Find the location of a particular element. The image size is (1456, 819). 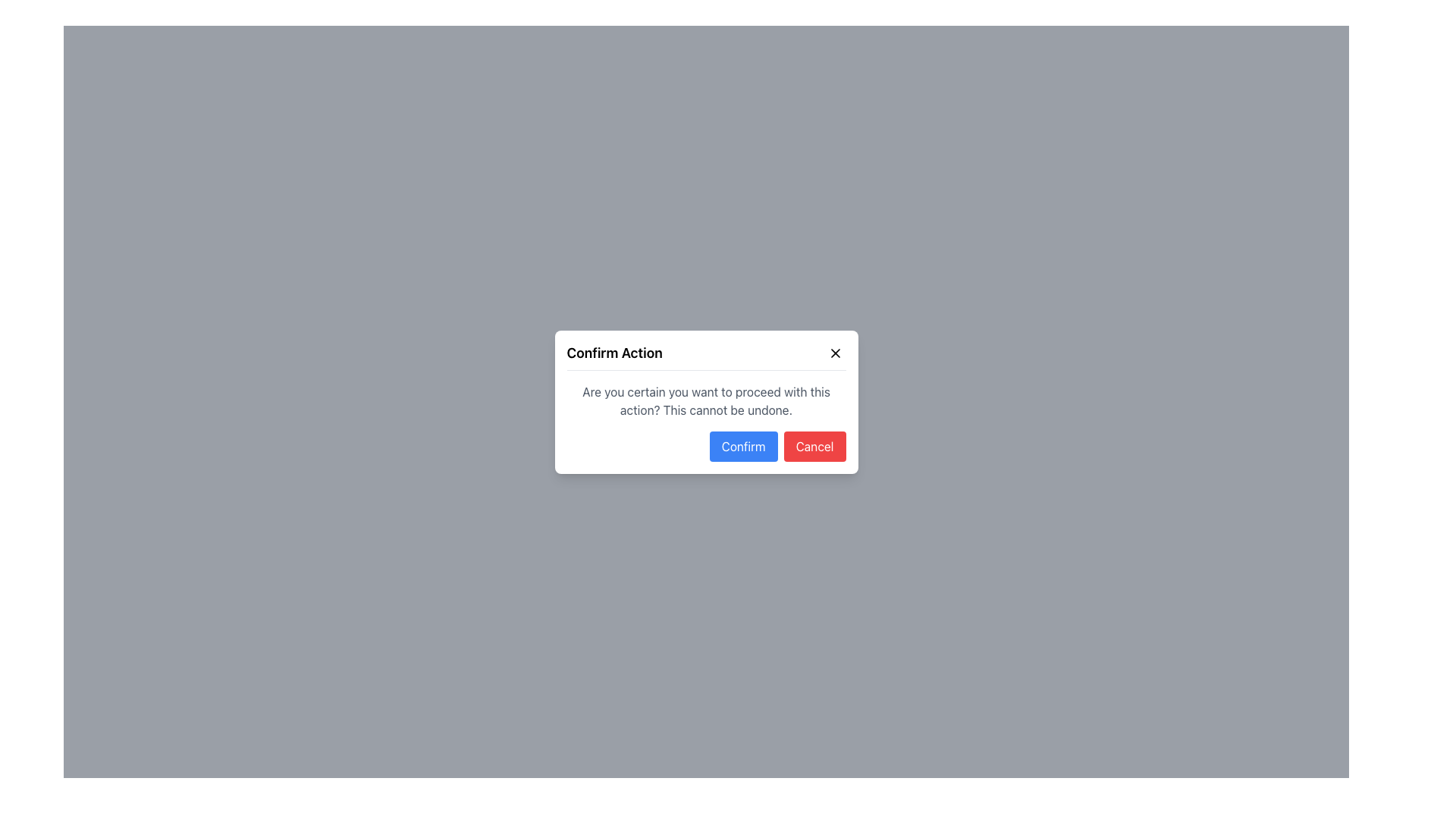

the close button located at the top right corner of the modal dialog box is located at coordinates (834, 353).